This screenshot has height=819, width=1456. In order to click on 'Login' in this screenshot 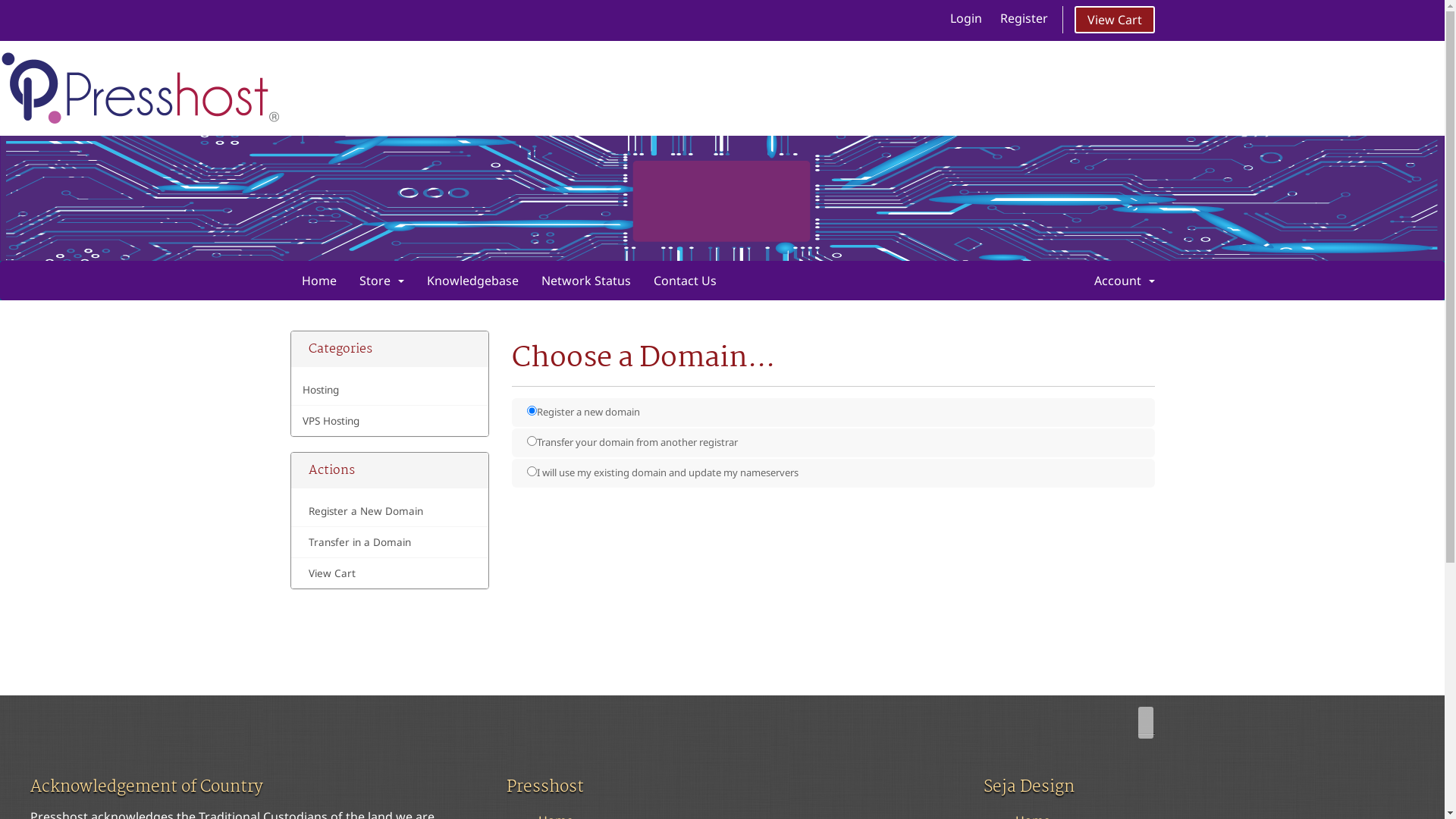, I will do `click(964, 17)`.